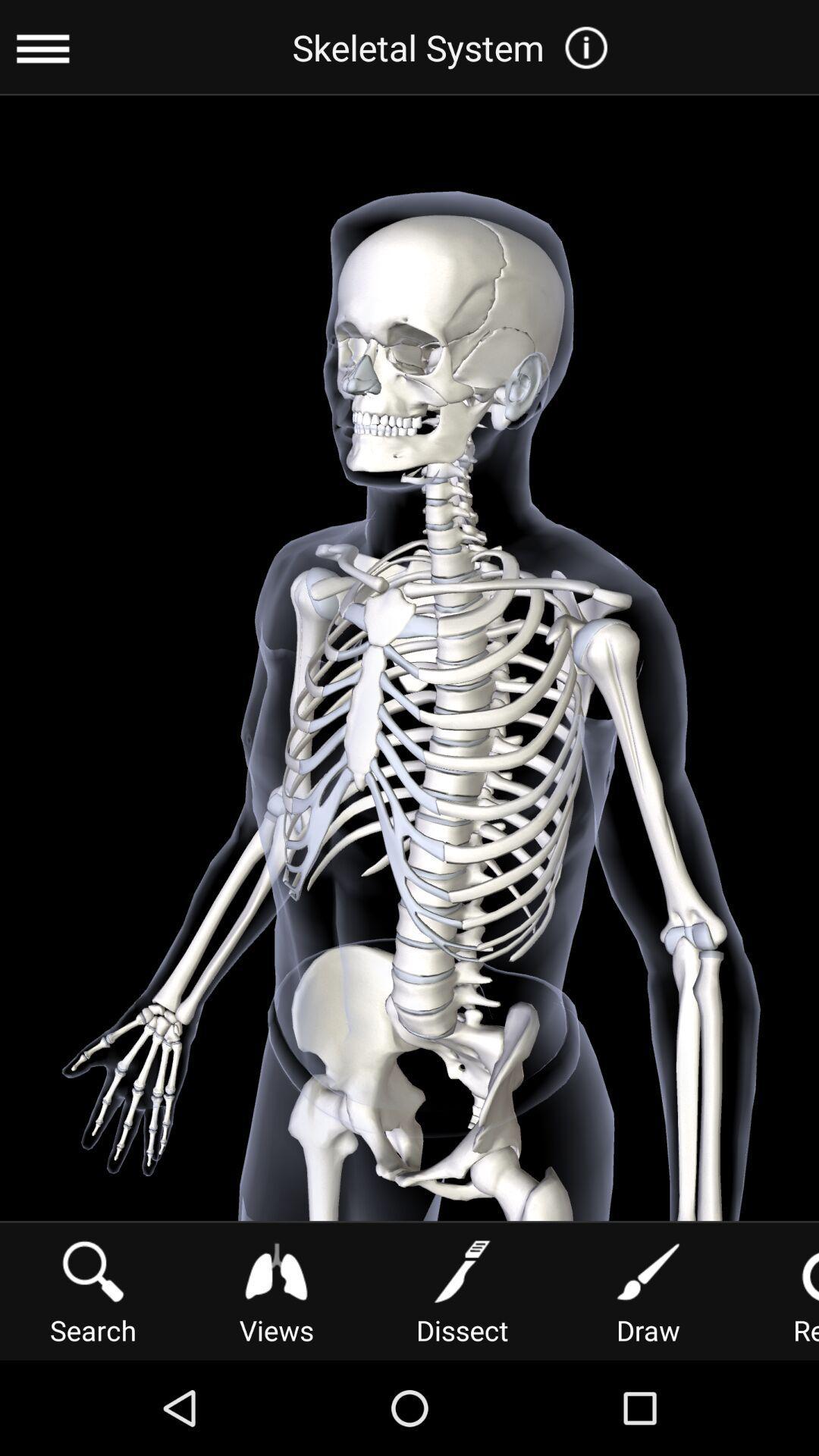  Describe the element at coordinates (648, 1289) in the screenshot. I see `draw icon` at that location.